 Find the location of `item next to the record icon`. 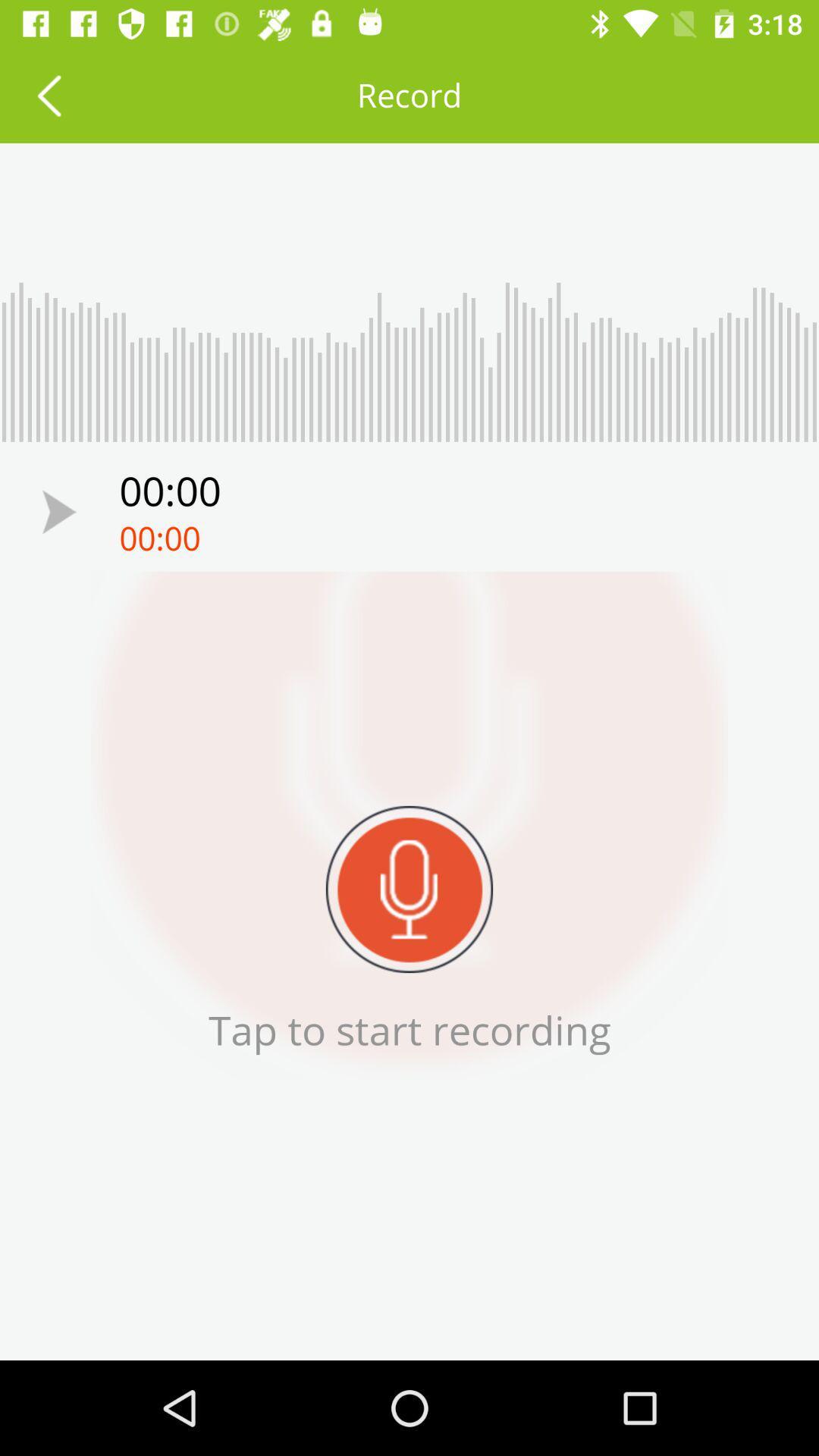

item next to the record icon is located at coordinates (48, 94).